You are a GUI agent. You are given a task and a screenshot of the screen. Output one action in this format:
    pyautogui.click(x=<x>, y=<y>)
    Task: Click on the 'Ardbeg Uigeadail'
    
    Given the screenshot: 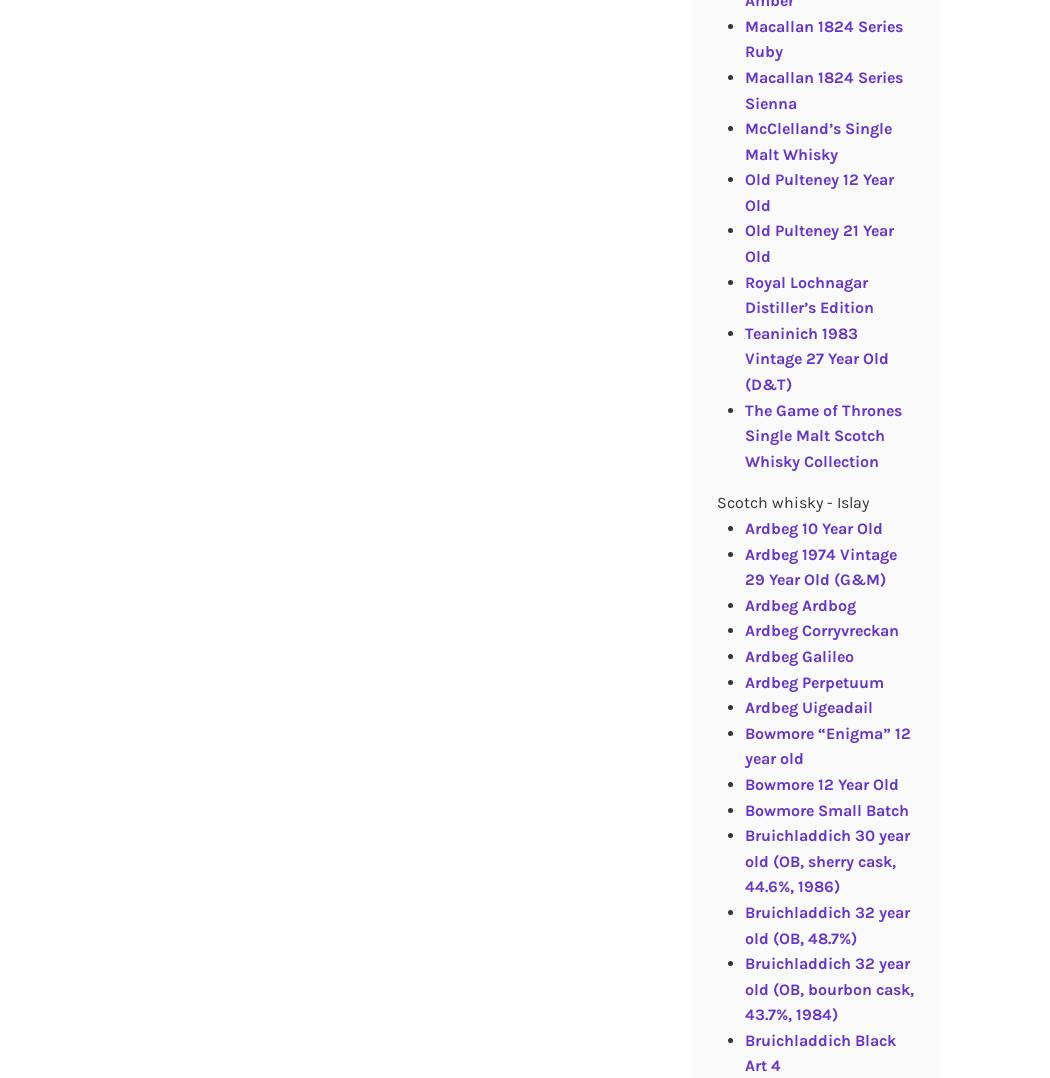 What is the action you would take?
    pyautogui.click(x=806, y=706)
    